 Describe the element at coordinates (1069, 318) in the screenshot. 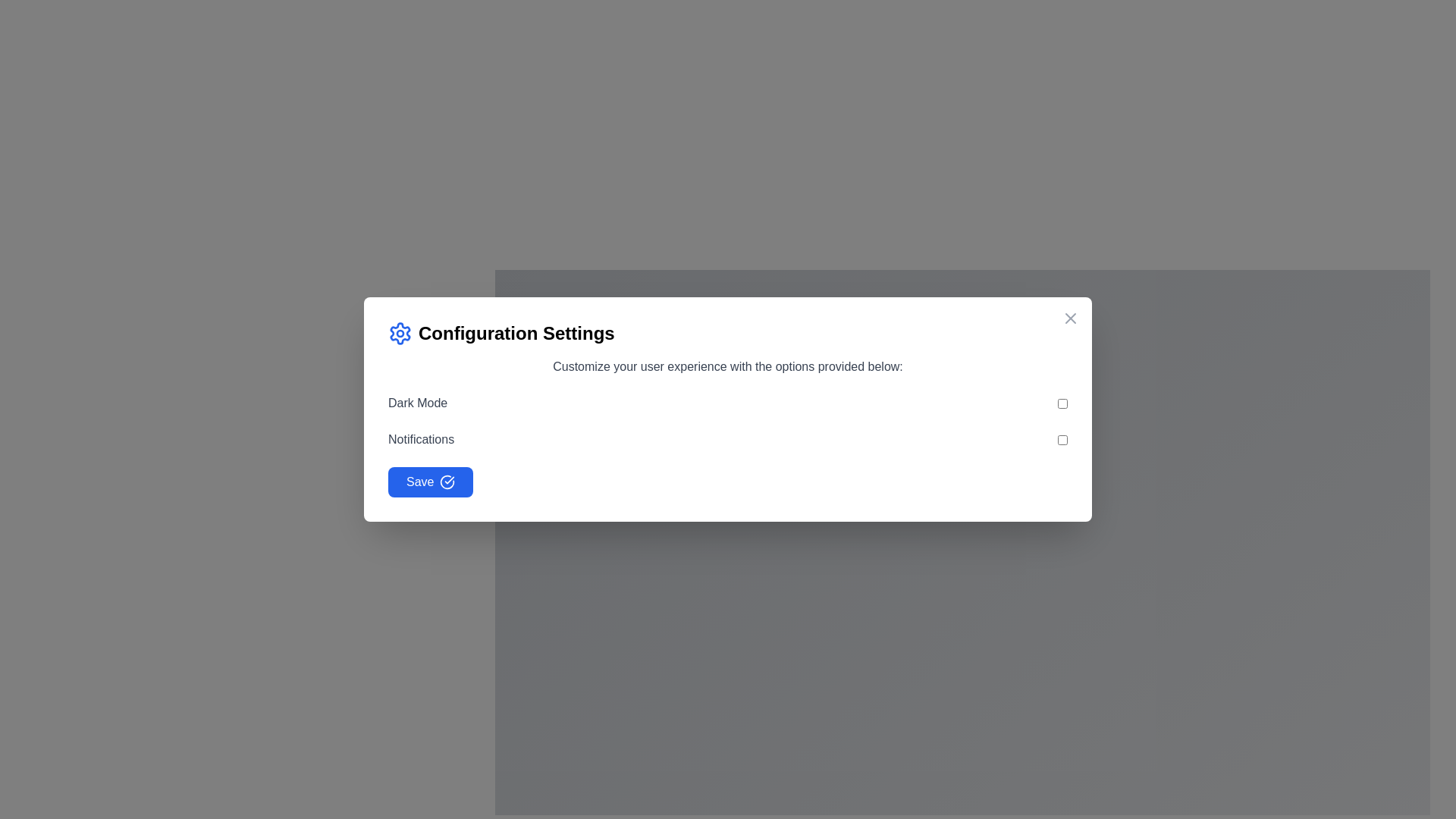

I see `the gray X-shaped close button located at the top-right edge of the configuration settings dialog box to trigger its hover effect and change its color` at that location.